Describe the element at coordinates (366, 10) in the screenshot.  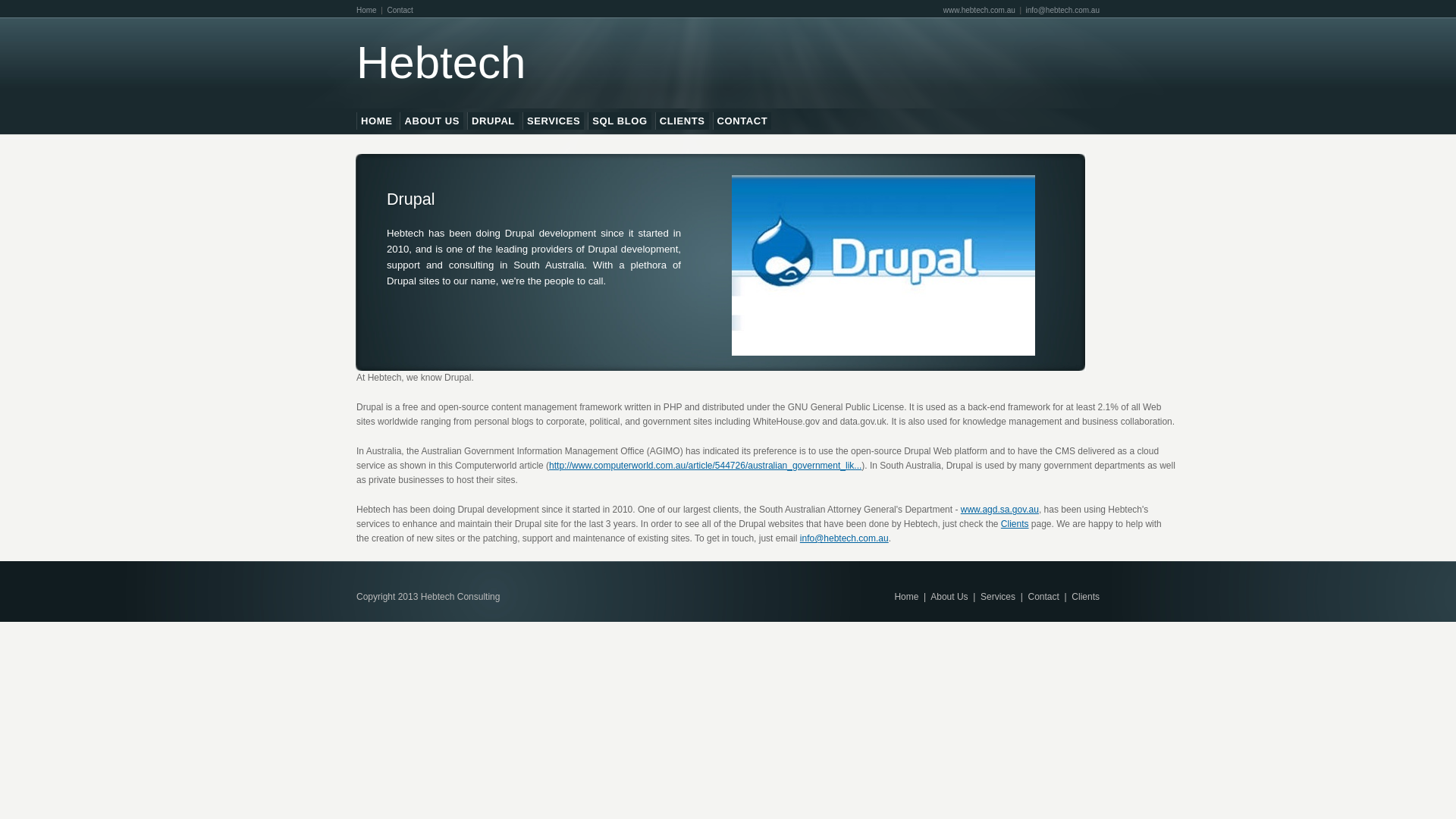
I see `'Home'` at that location.